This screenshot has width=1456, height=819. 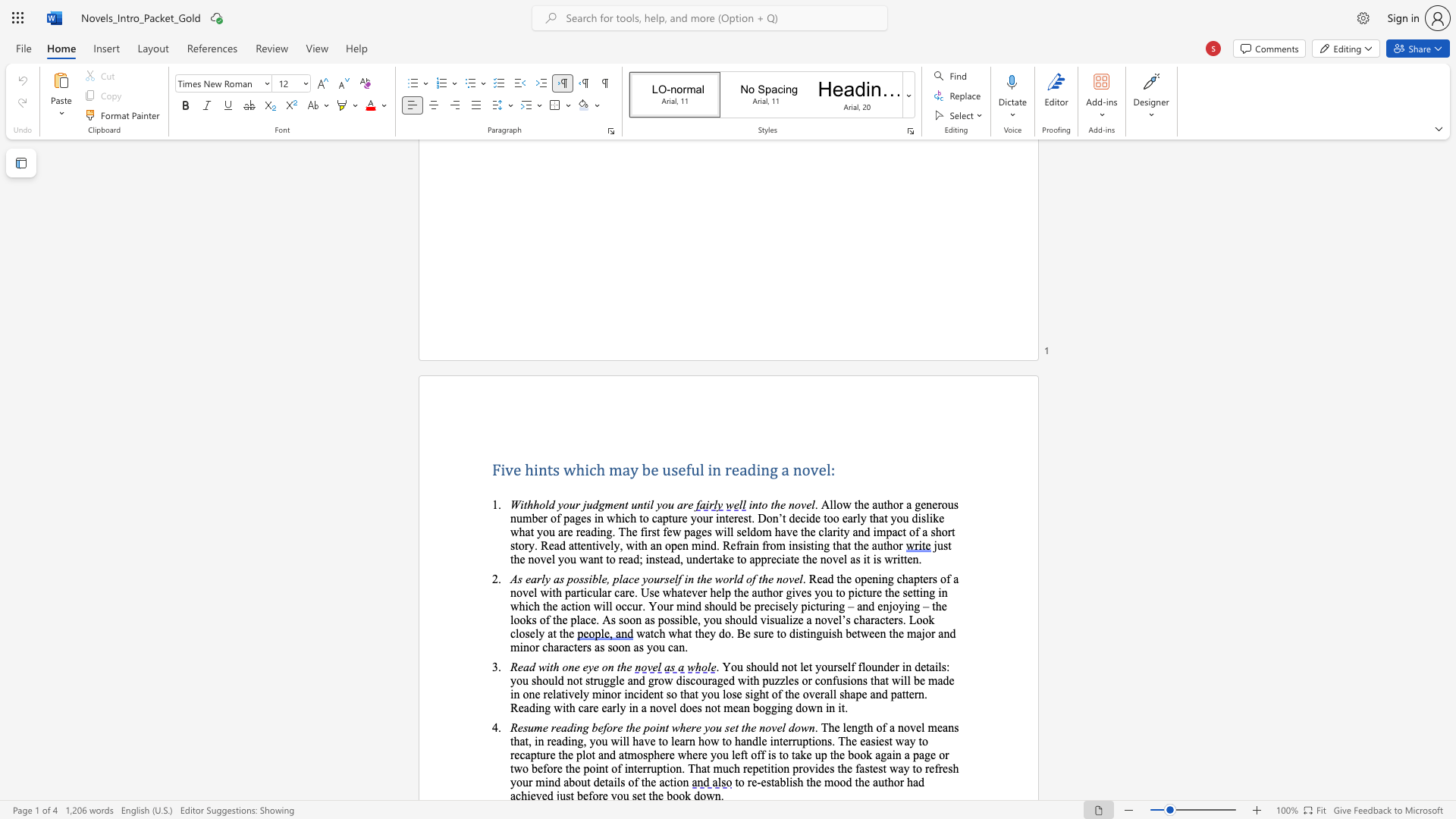 What do you see at coordinates (664, 579) in the screenshot?
I see `the subset text "self in the world of the nov" within the text "As early as possible, place yourself in the world of the novel"` at bounding box center [664, 579].